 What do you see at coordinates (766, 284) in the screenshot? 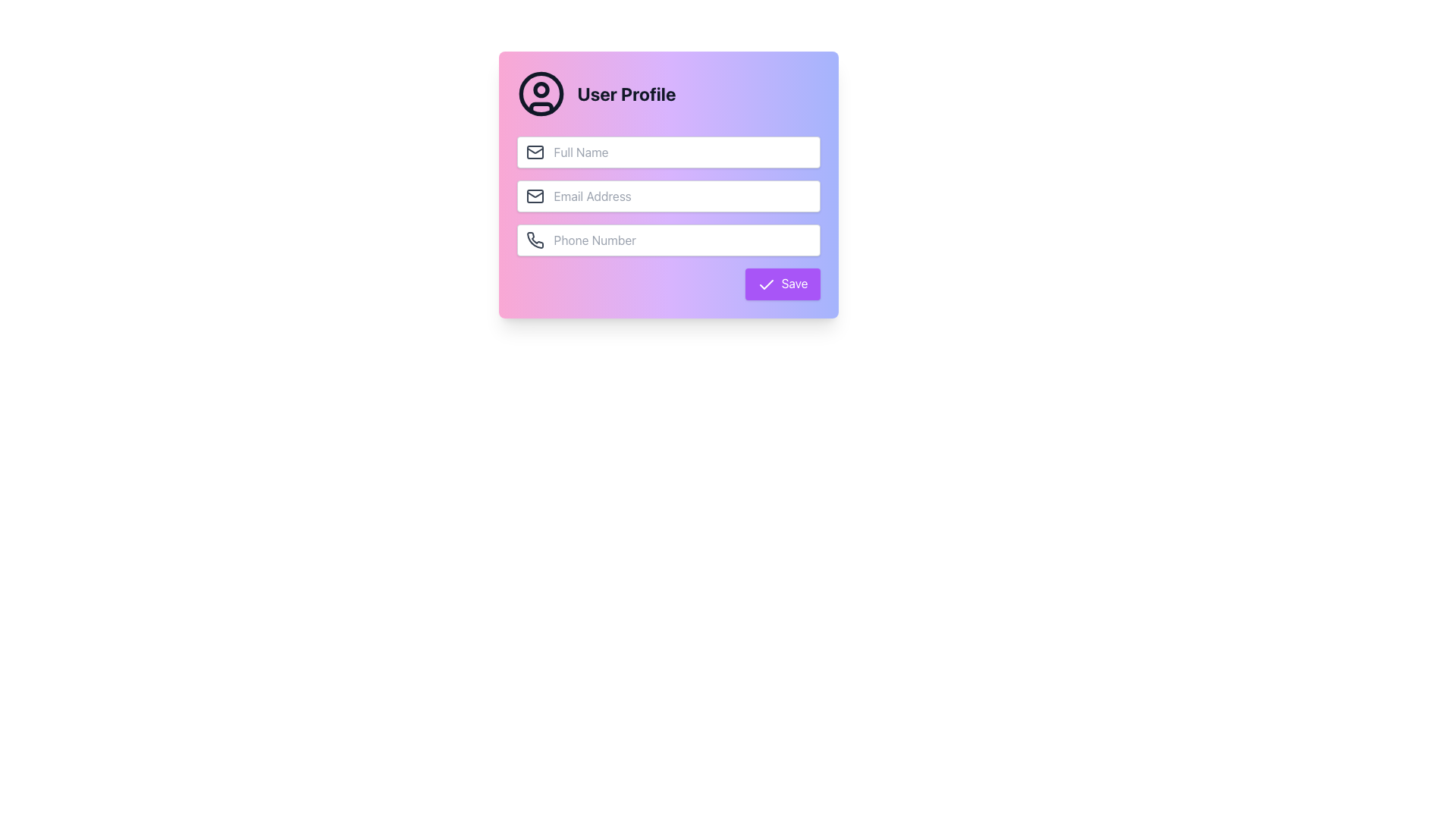
I see `the checkmark icon that visually confirms the save action, located in the bottom-right section of the user profile form` at bounding box center [766, 284].